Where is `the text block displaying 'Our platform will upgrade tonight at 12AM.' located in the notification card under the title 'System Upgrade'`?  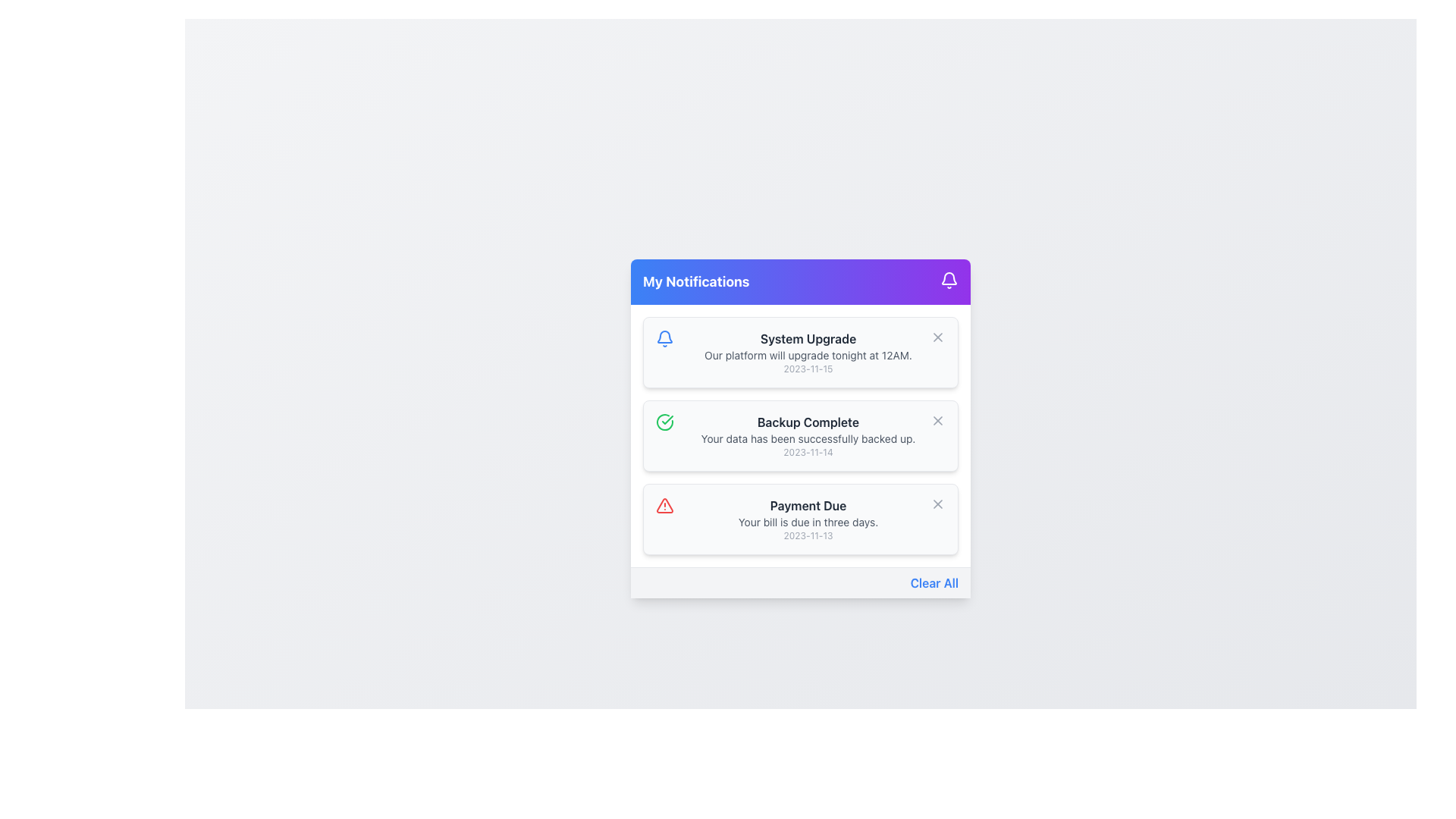 the text block displaying 'Our platform will upgrade tonight at 12AM.' located in the notification card under the title 'System Upgrade' is located at coordinates (807, 355).